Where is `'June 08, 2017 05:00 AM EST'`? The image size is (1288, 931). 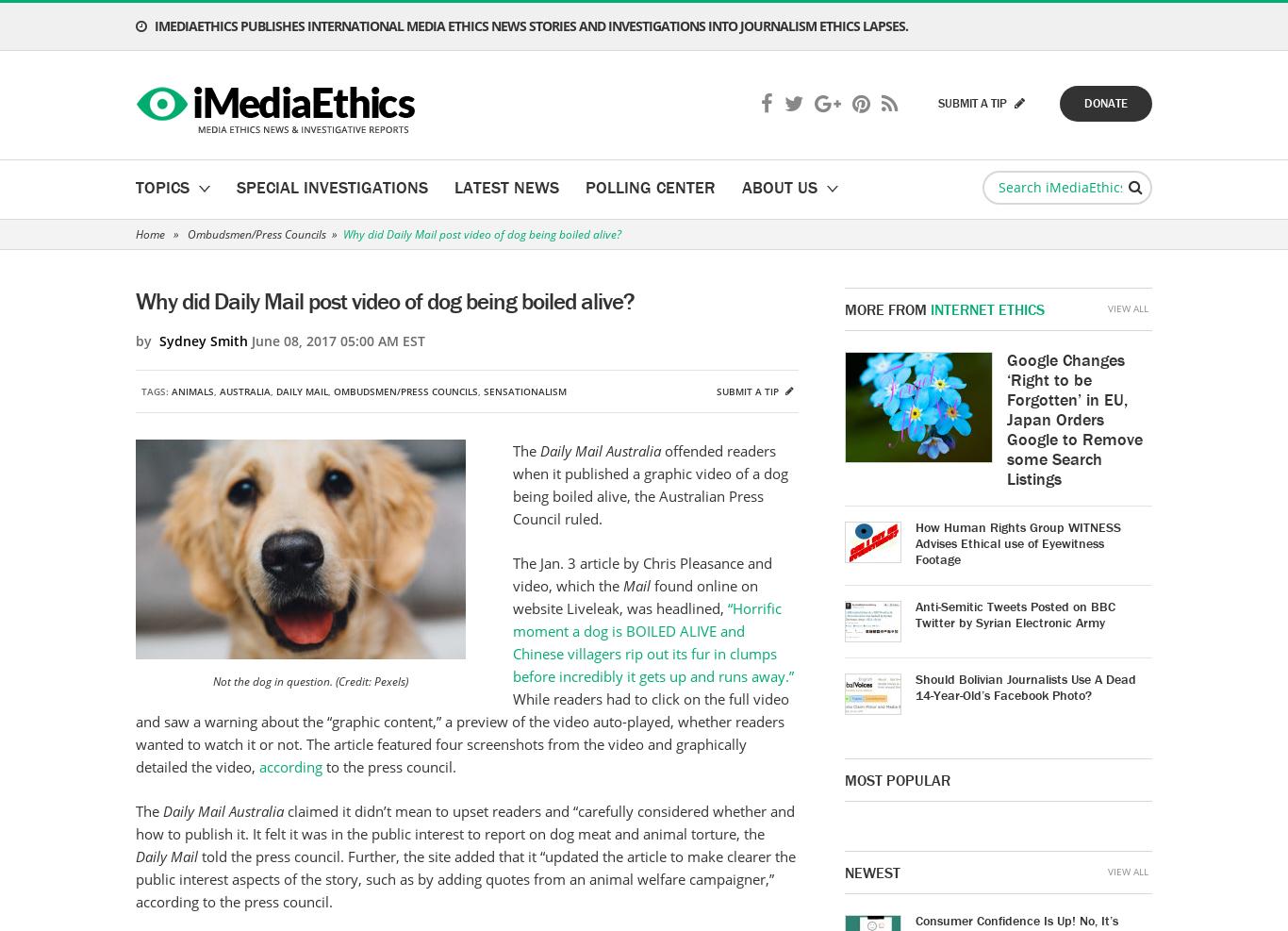 'June 08, 2017 05:00 AM EST' is located at coordinates (335, 341).